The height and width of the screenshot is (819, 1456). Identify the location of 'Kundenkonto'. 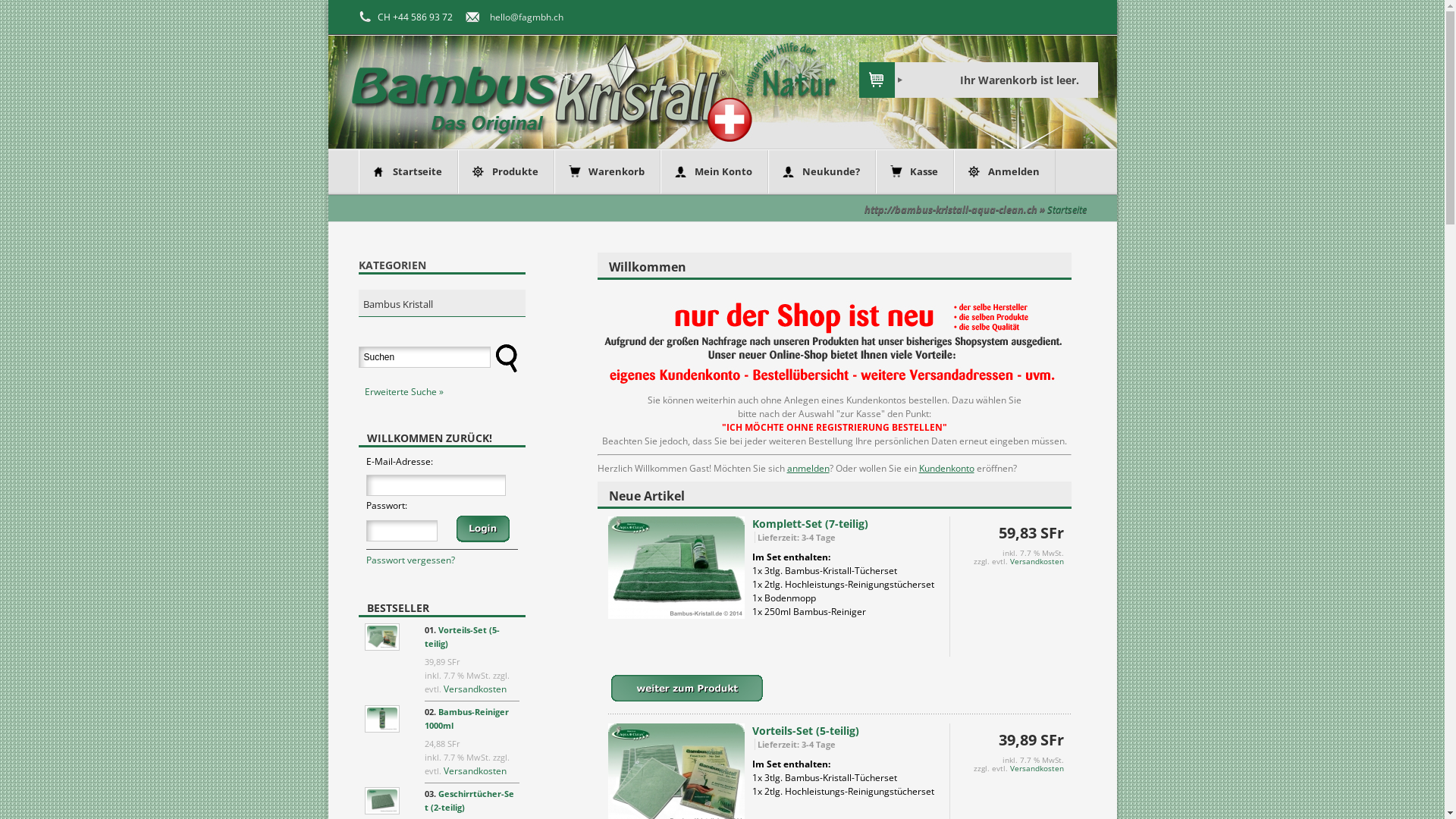
(918, 467).